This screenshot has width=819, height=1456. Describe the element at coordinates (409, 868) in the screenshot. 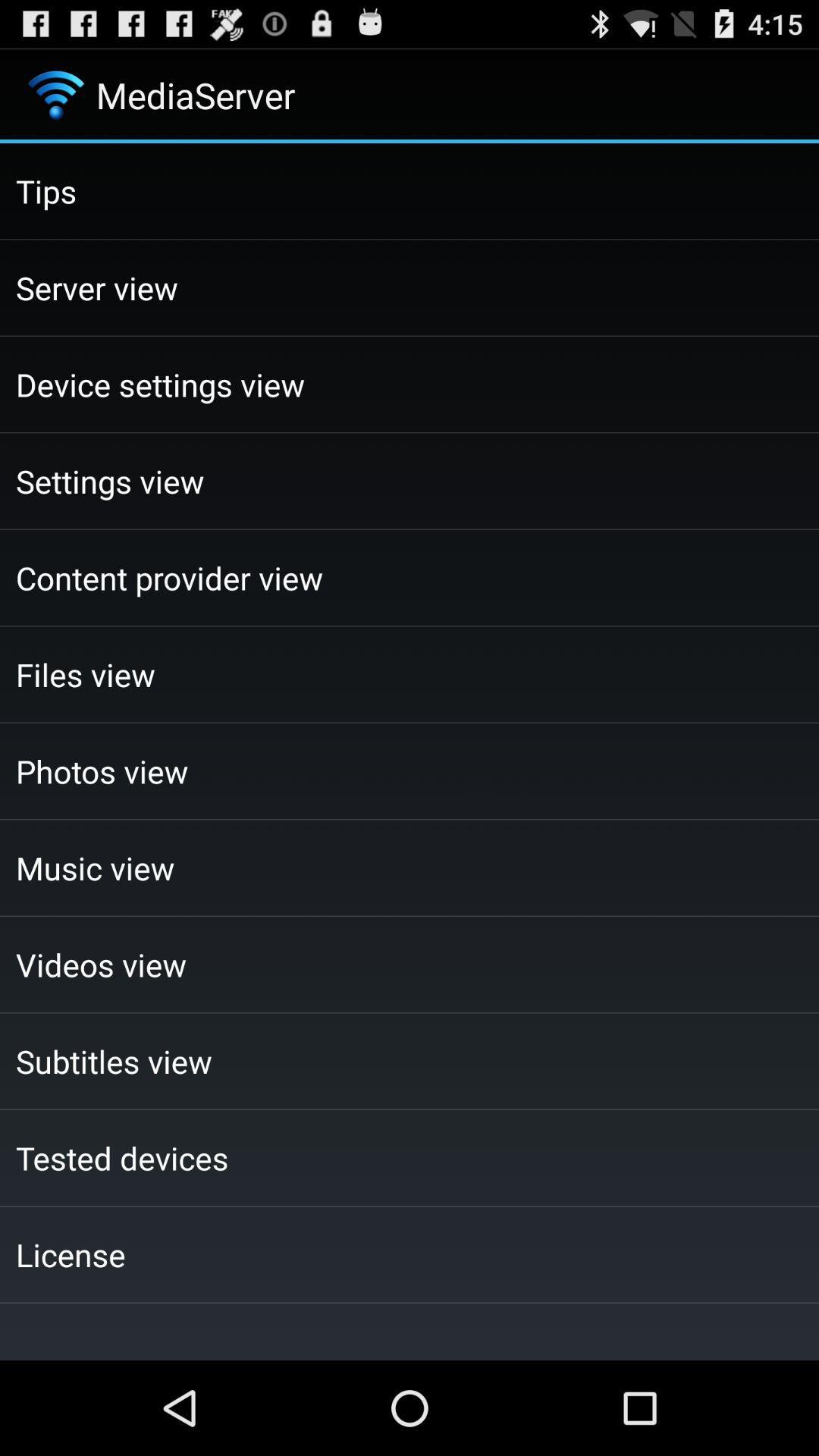

I see `the music view checkbox` at that location.